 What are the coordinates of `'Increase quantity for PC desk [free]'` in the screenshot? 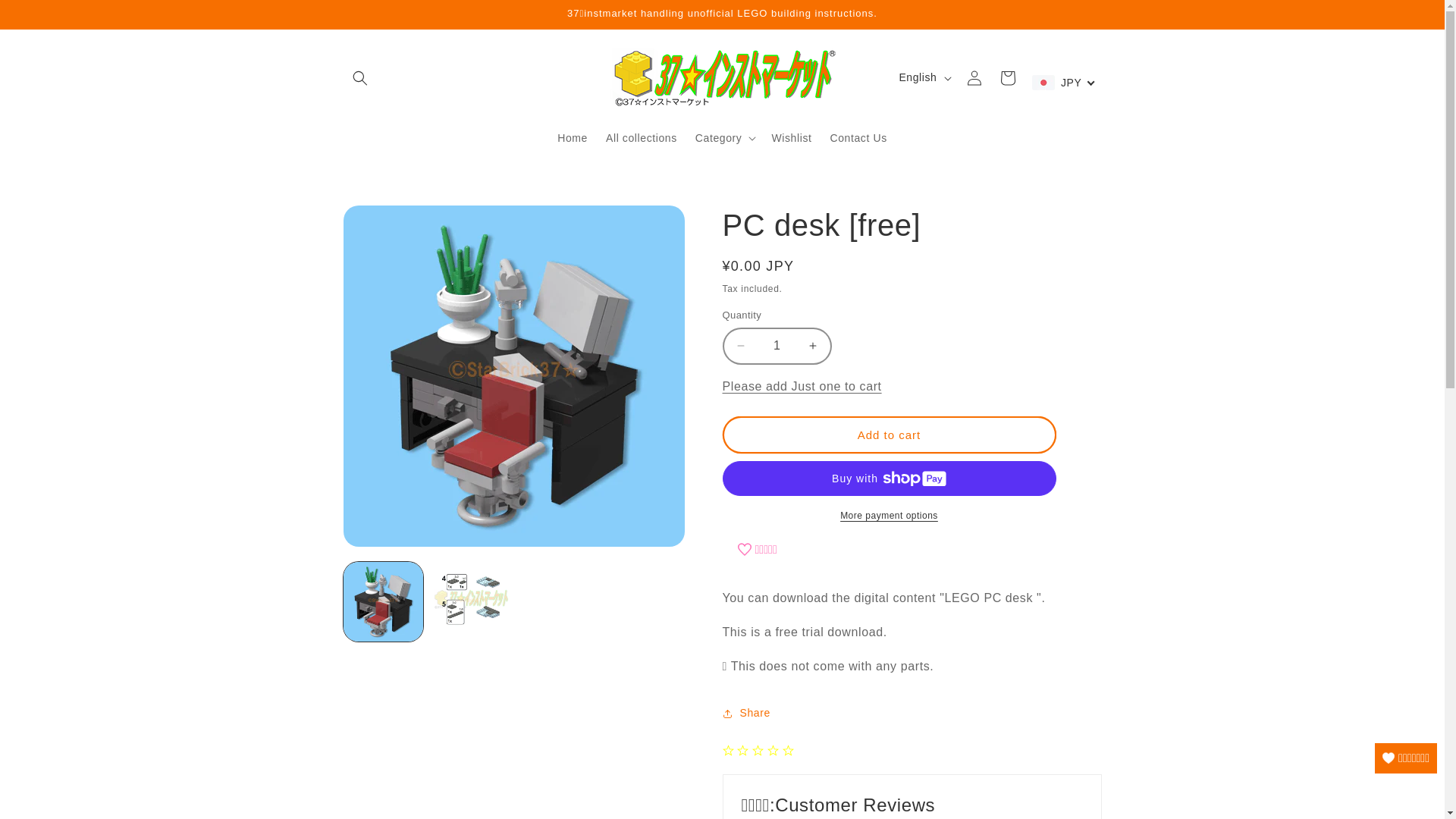 It's located at (812, 346).